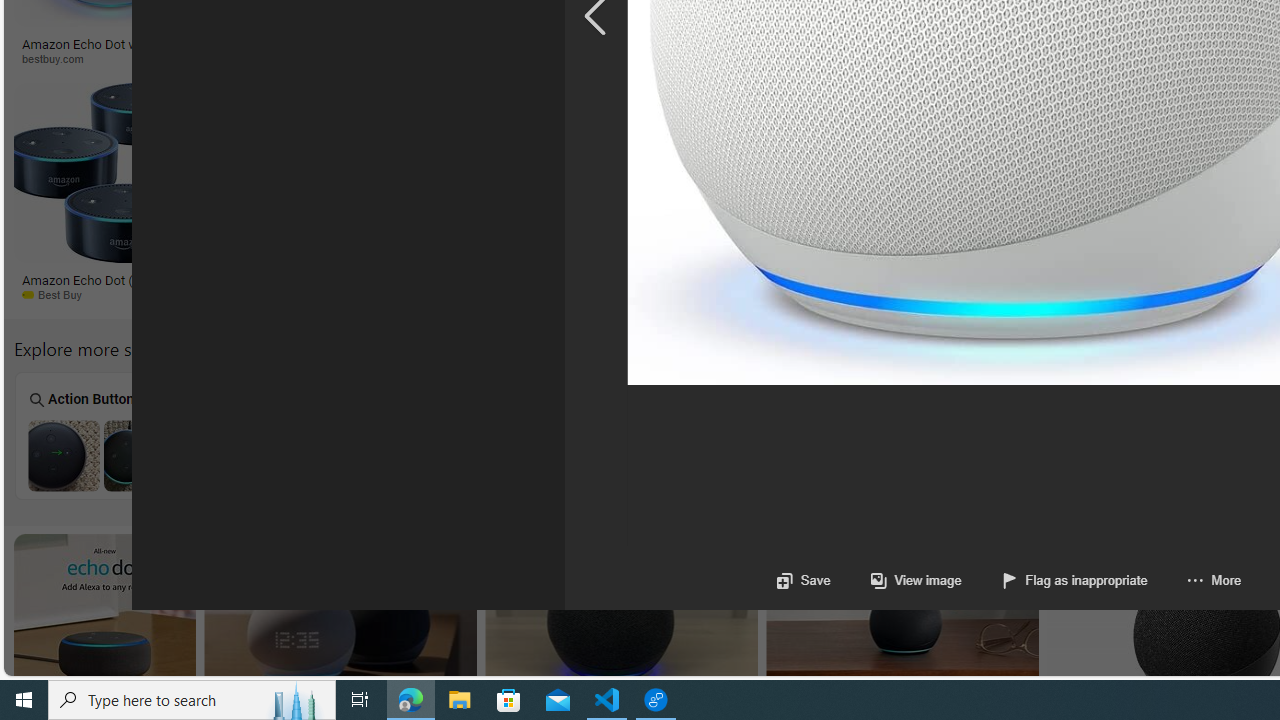  Describe the element at coordinates (803, 580) in the screenshot. I see `'Save'` at that location.